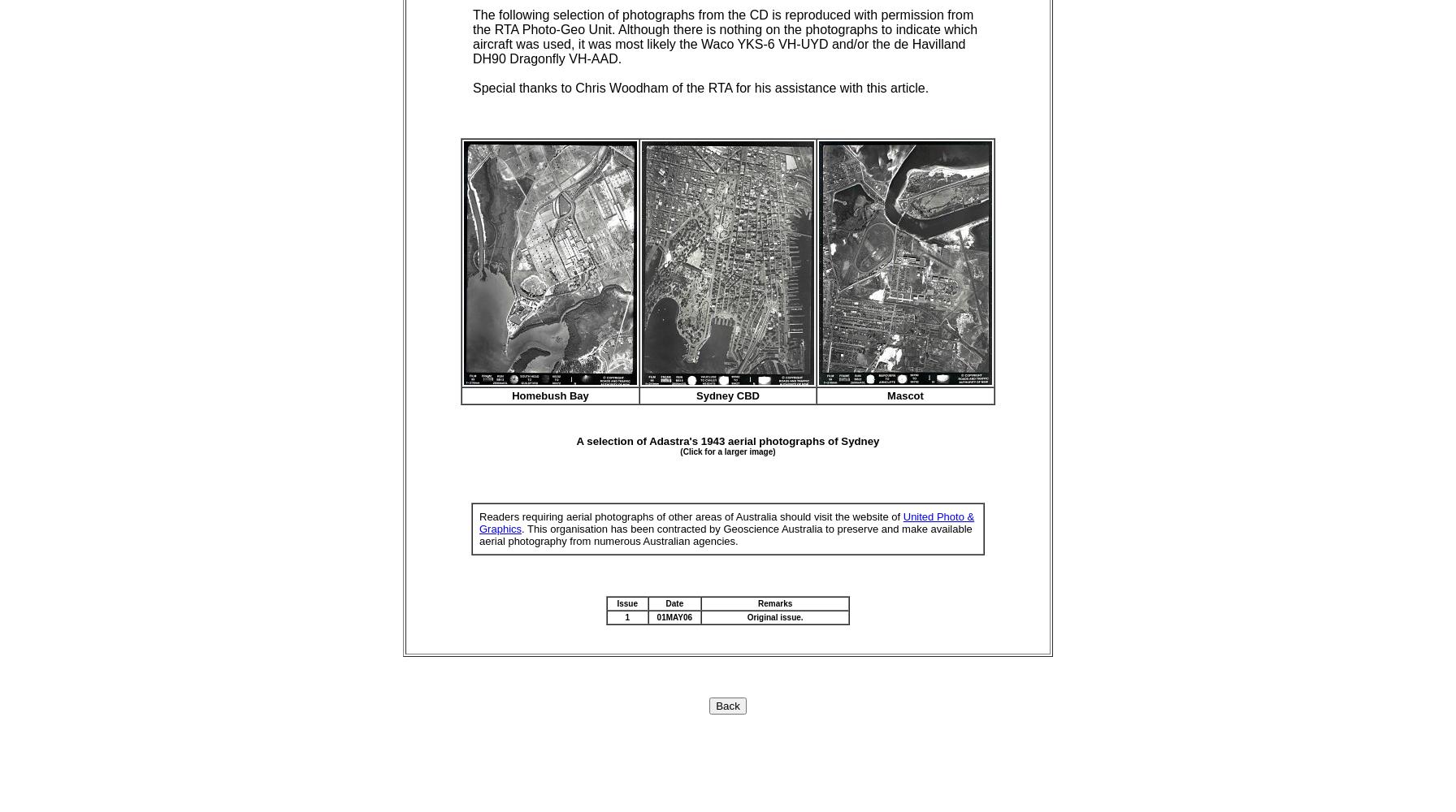  What do you see at coordinates (700, 87) in the screenshot?
I see `'Special thanks to Chris Woodham of the RTA for his assistance with 
              this article.'` at bounding box center [700, 87].